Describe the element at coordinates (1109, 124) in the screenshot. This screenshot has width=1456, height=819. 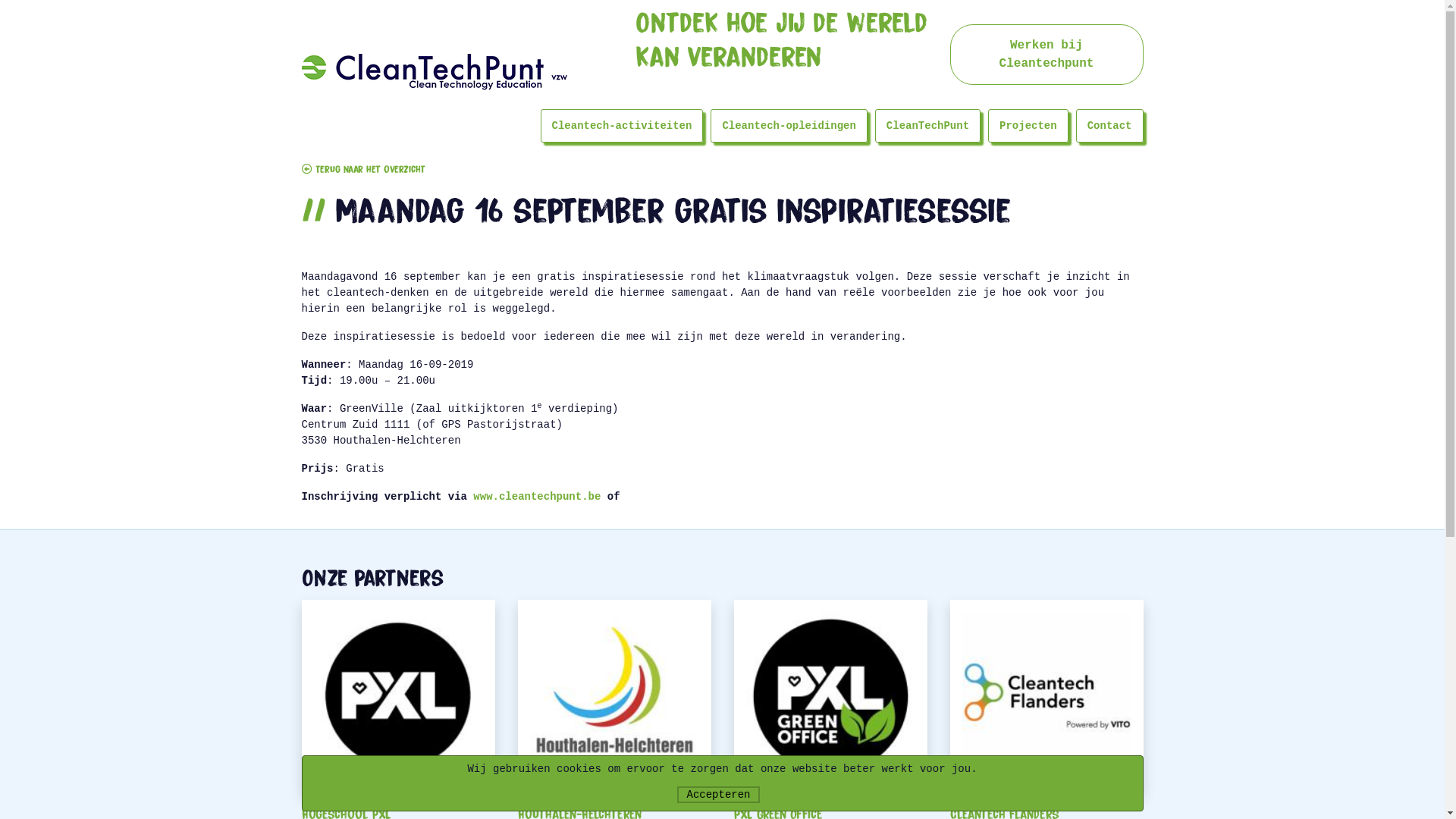
I see `'Contact'` at that location.